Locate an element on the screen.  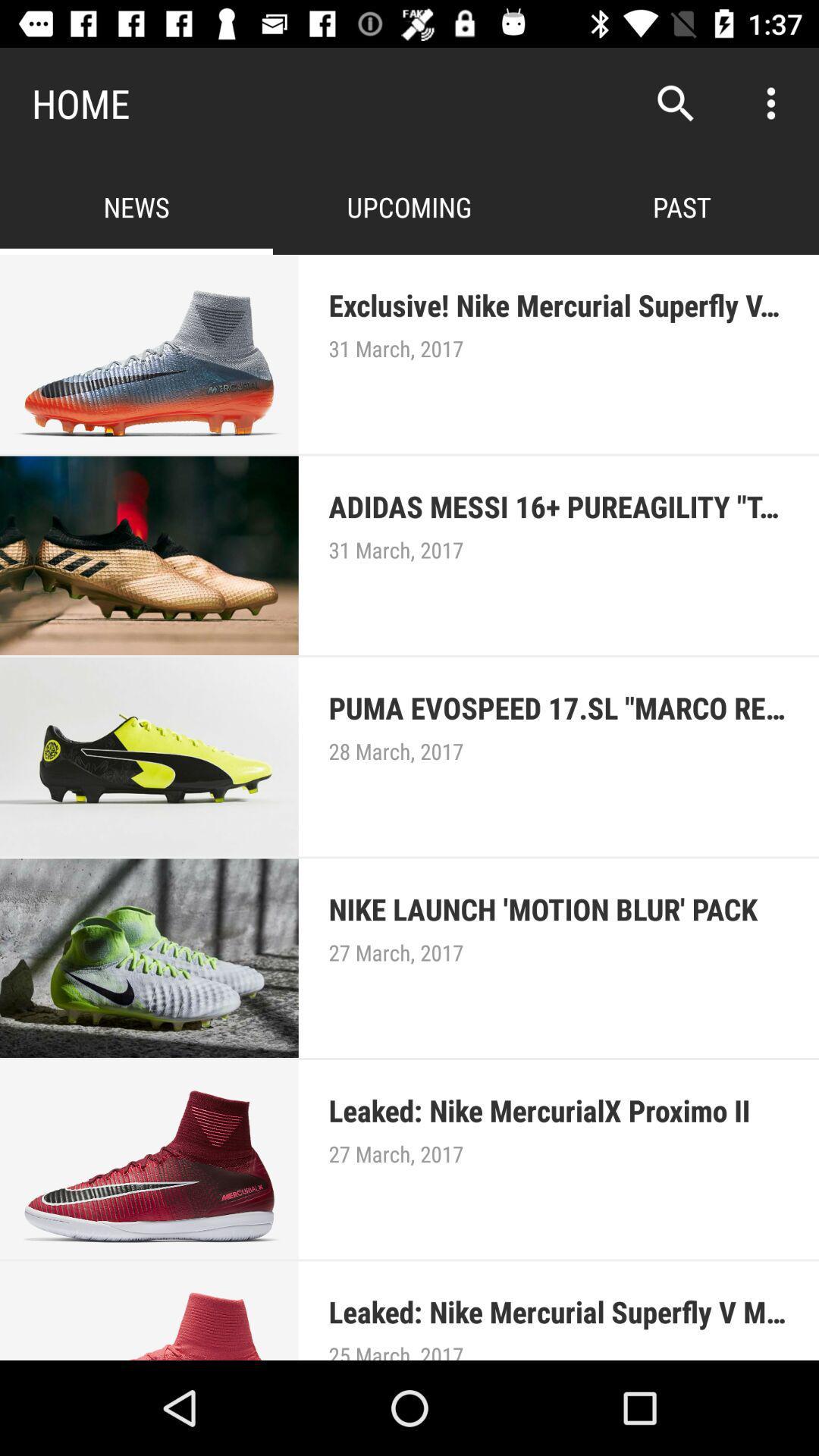
the icon above past is located at coordinates (675, 102).